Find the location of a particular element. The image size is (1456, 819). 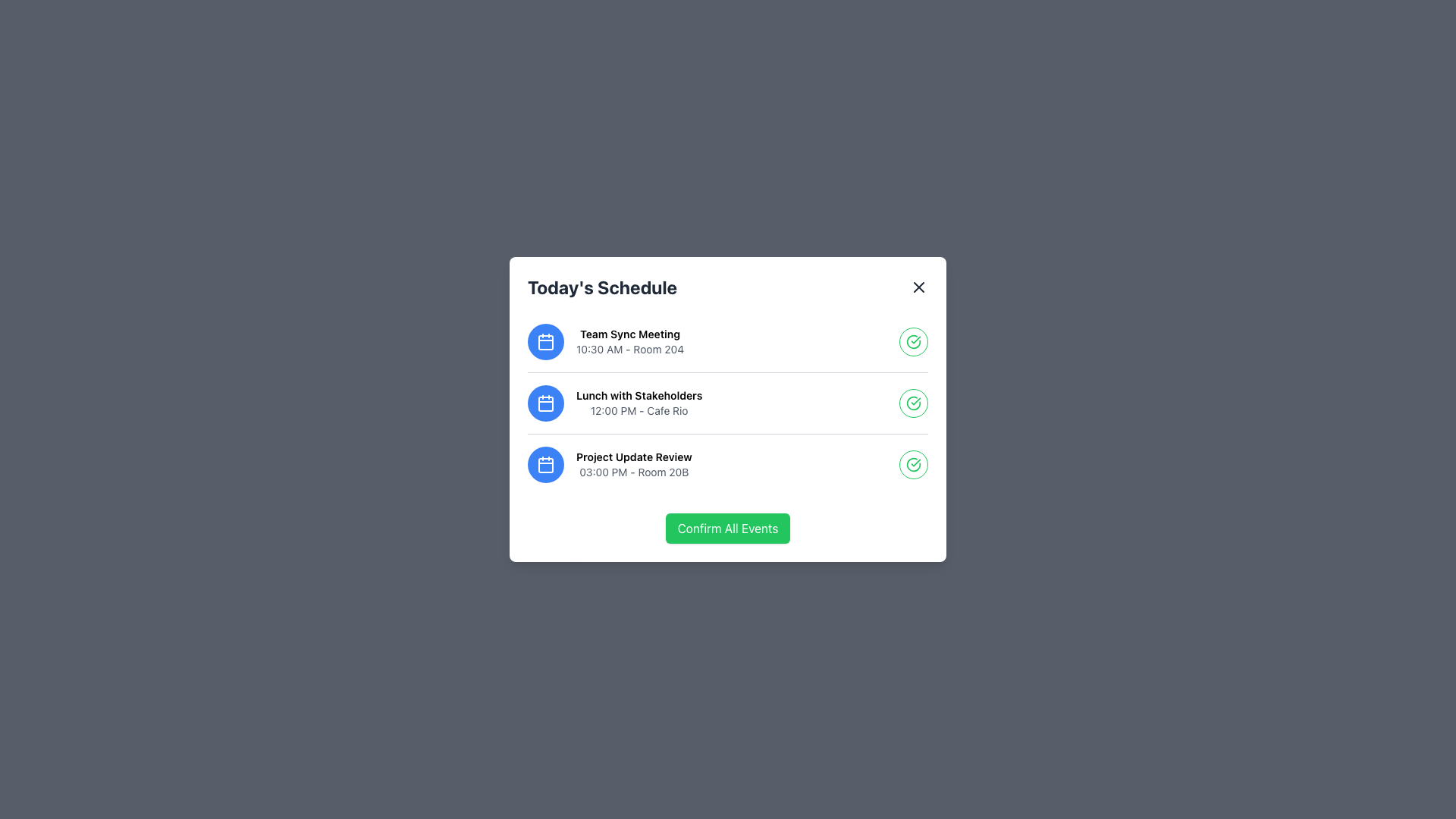

the confirmation button associated with the 'Team Sync Meeting 10:30 AM - Room 204' to observe the hover effect is located at coordinates (912, 342).